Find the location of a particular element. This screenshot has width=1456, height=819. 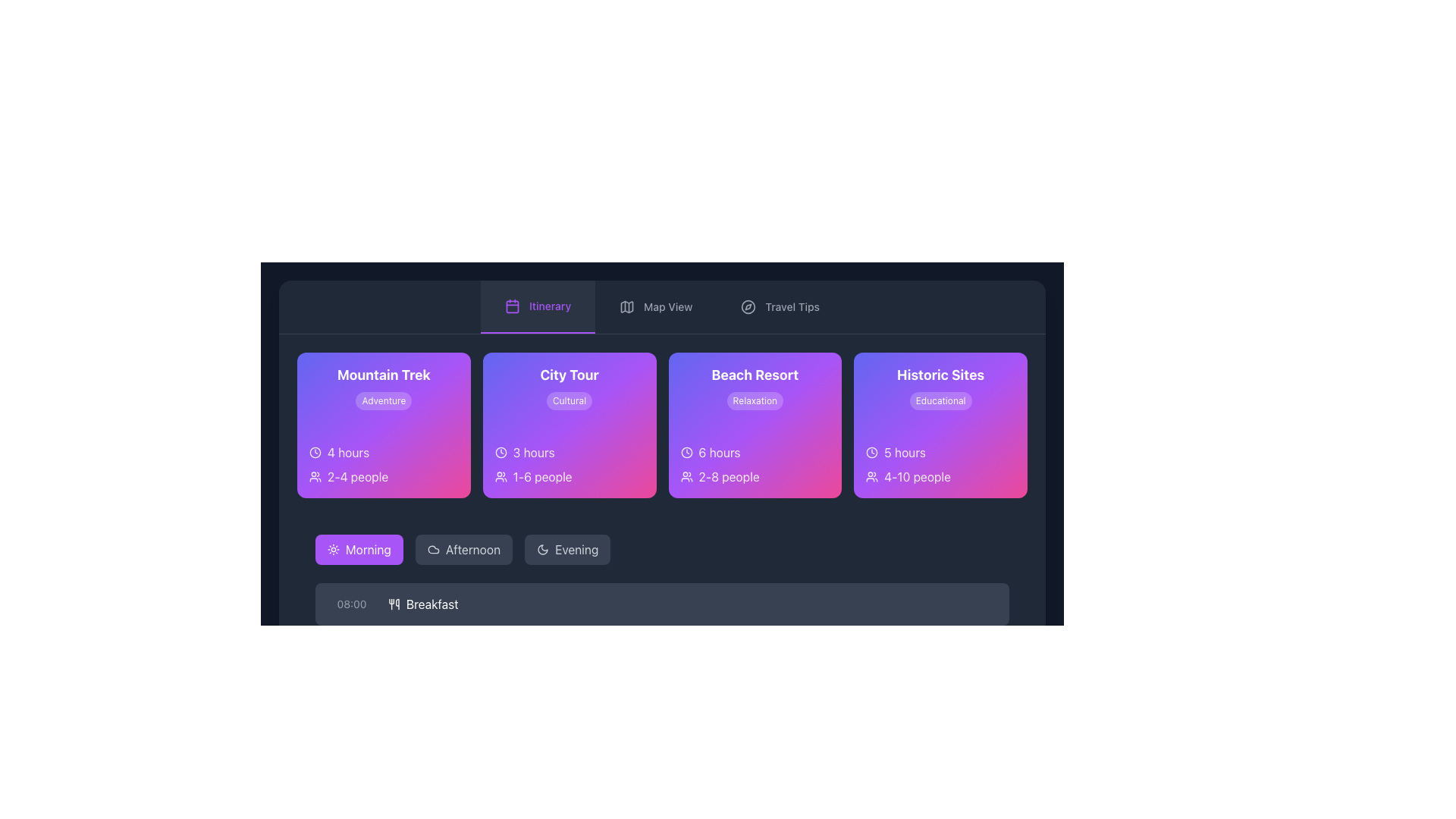

the 'City Tour' label, which is displayed in bold white font against a gradient background and is positioned in the upper central section of a rectangular card, if it is linkable is located at coordinates (569, 375).